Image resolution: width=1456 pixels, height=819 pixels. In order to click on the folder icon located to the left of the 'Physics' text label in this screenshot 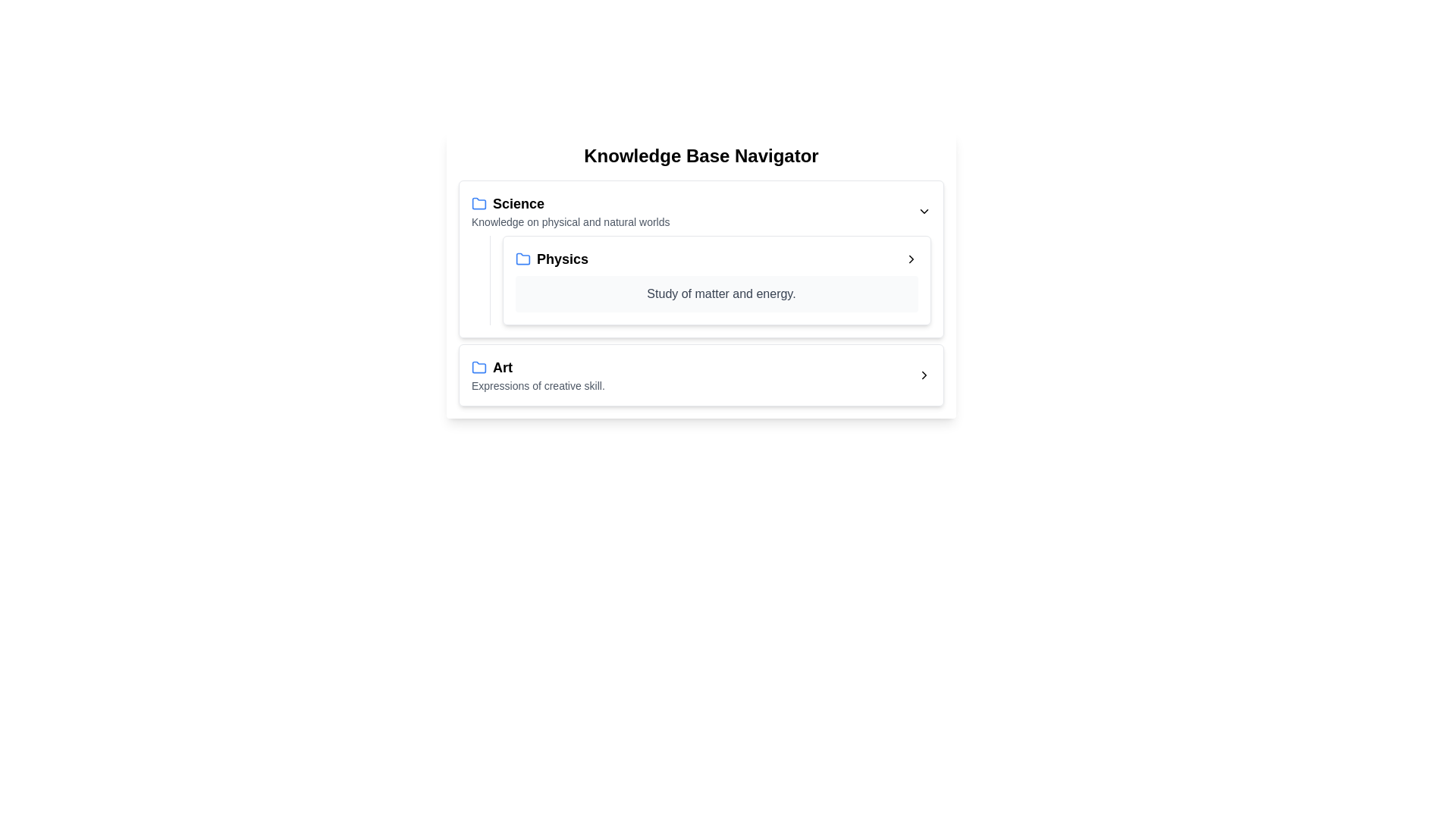, I will do `click(523, 259)`.